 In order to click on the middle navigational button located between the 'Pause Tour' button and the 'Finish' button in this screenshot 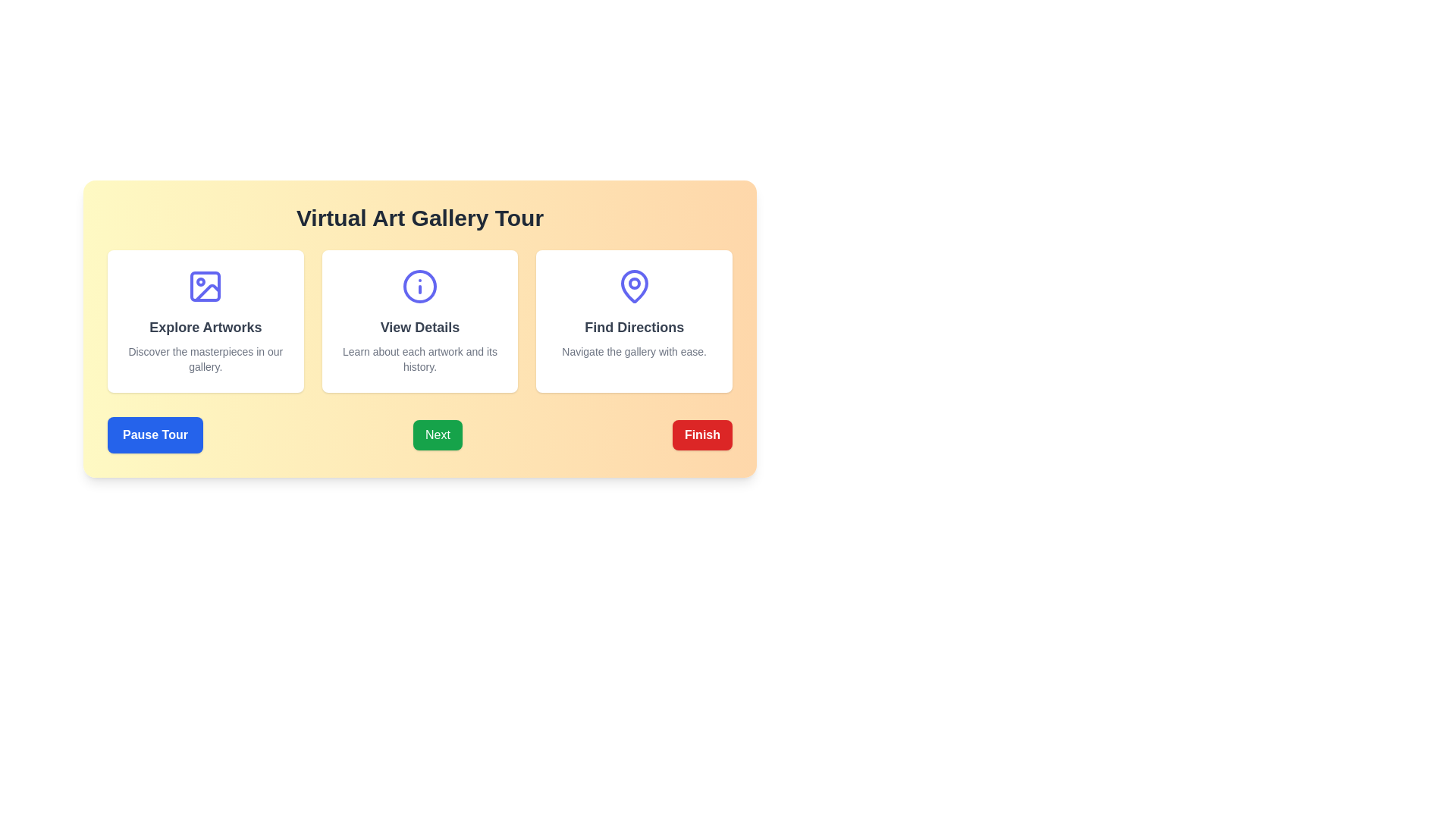, I will do `click(437, 435)`.